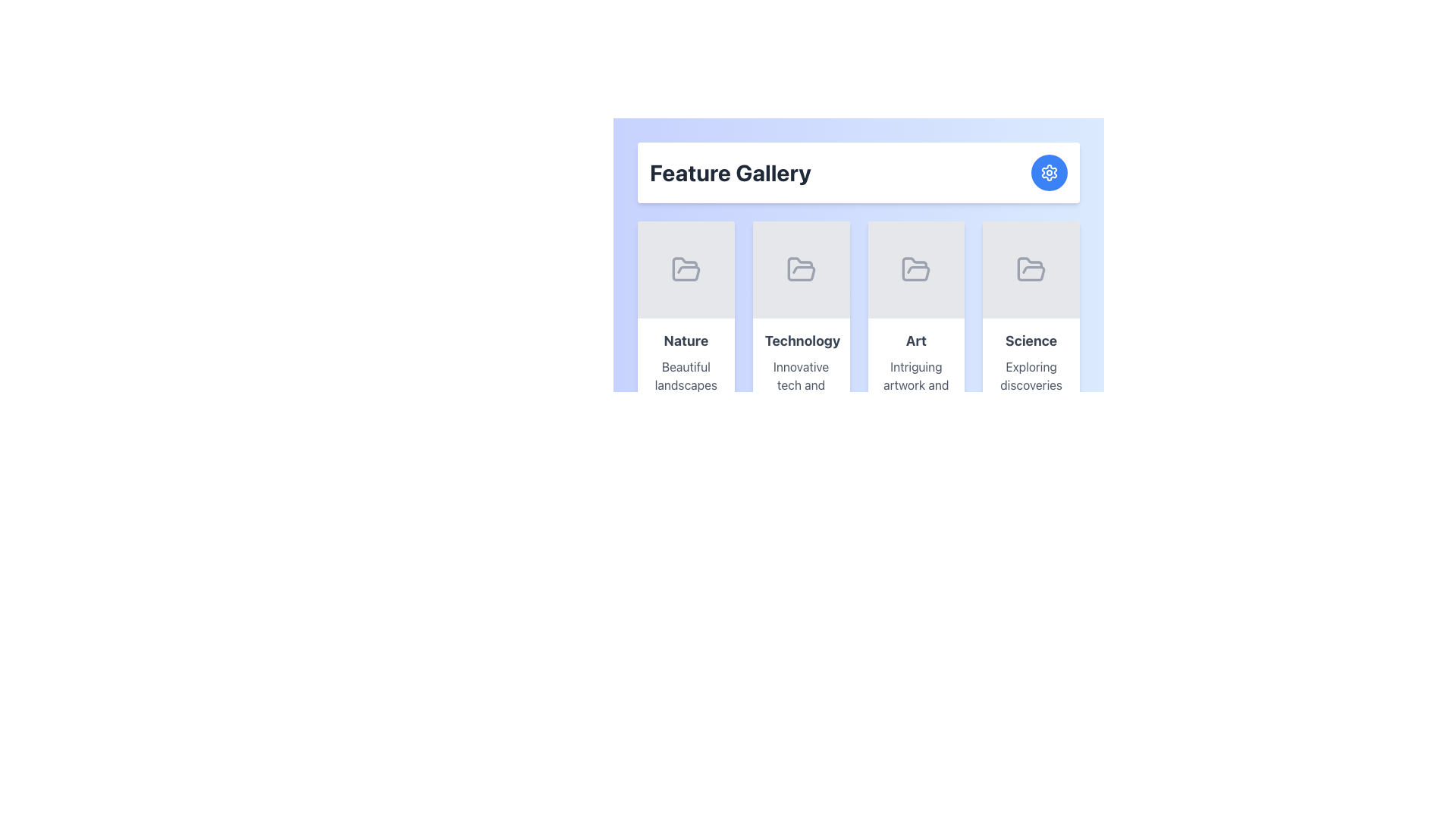 Image resolution: width=1456 pixels, height=819 pixels. Describe the element at coordinates (800, 268) in the screenshot. I see `the 'Technology' Icon` at that location.